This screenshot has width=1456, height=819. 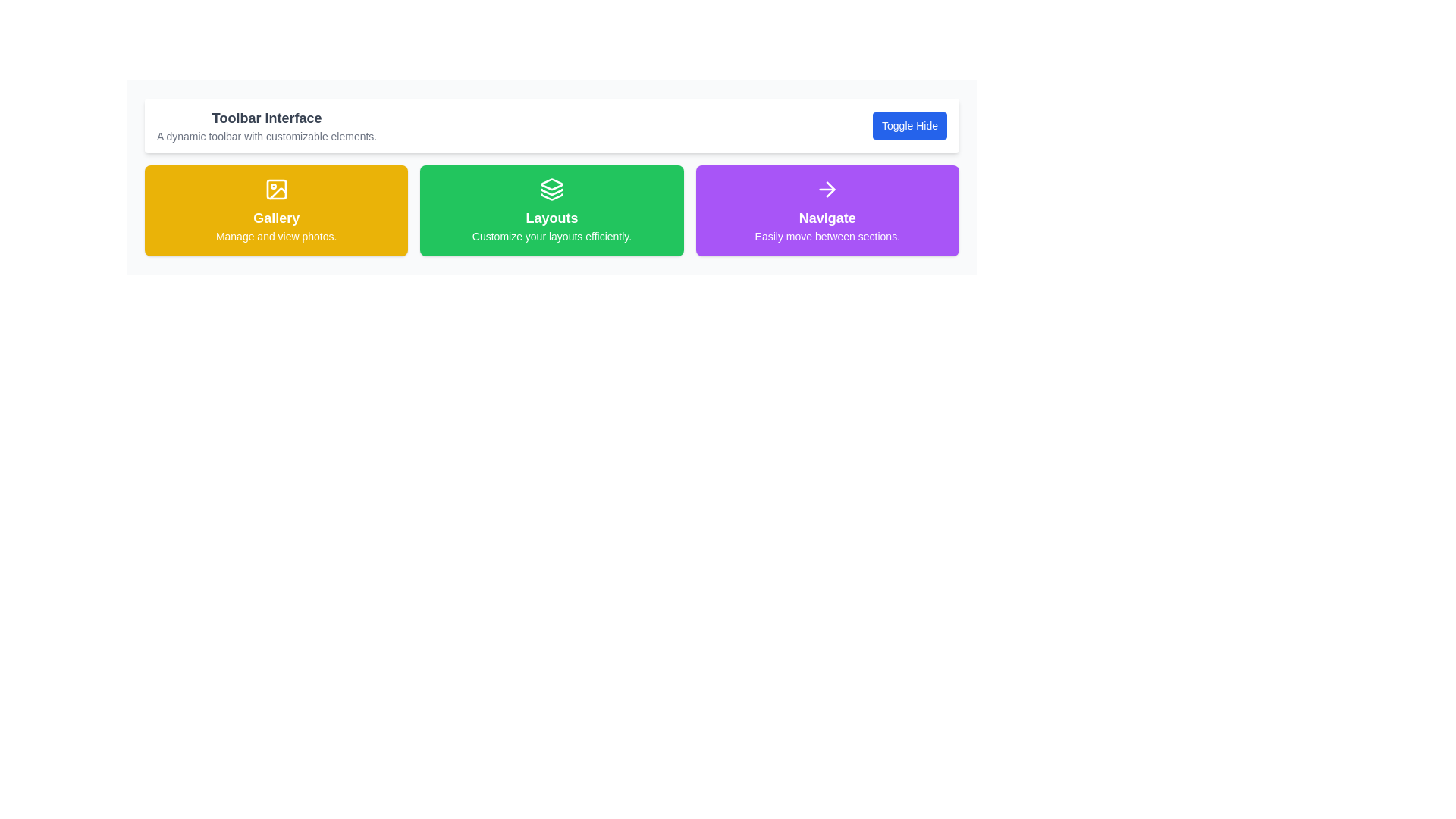 I want to click on the diamond-shaped icon located within the green card labeled 'Layouts', which is positioned slightly above the text inside the card, so click(x=551, y=184).